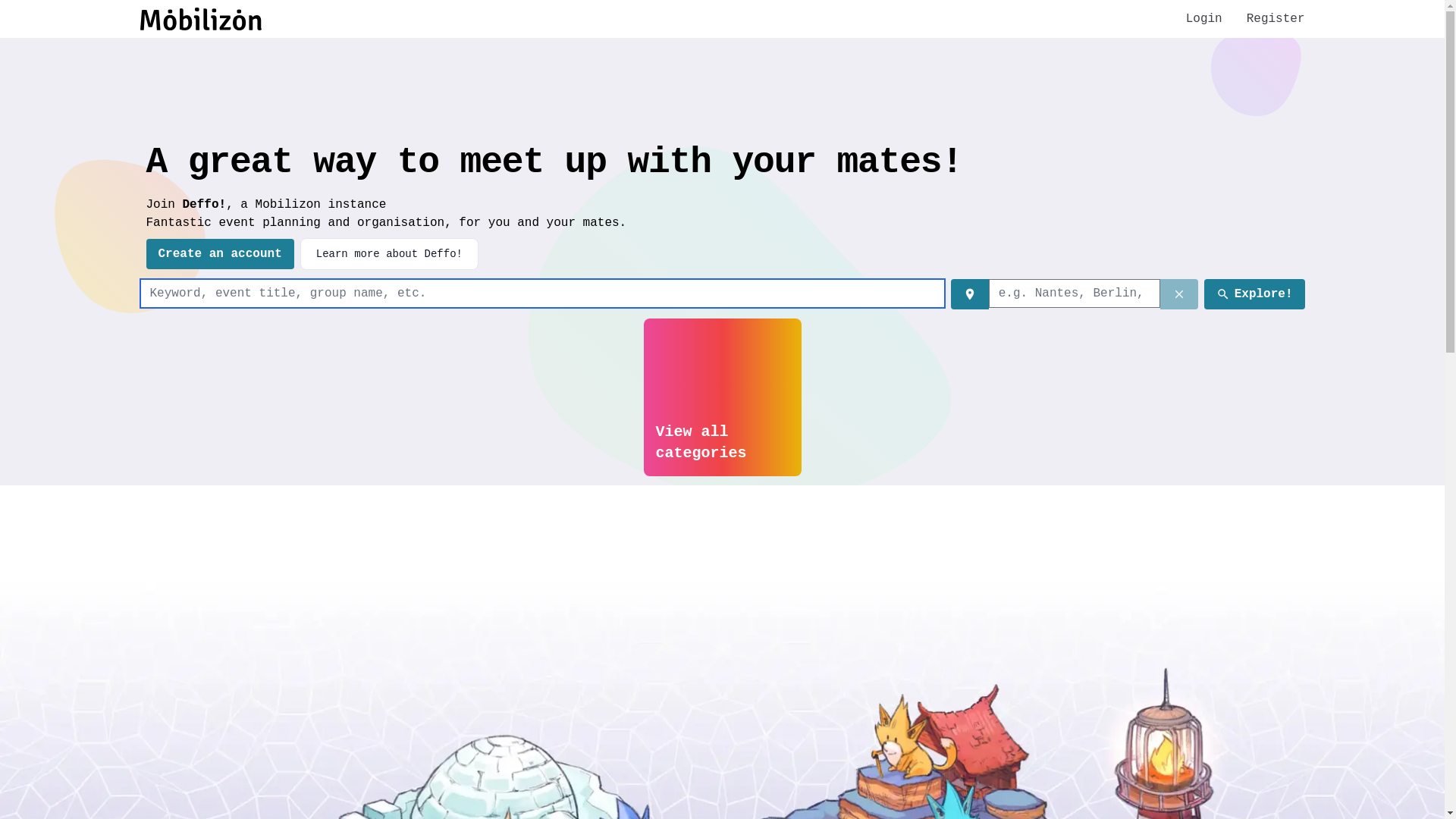 This screenshot has width=1456, height=819. What do you see at coordinates (1275, 18) in the screenshot?
I see `'Register'` at bounding box center [1275, 18].